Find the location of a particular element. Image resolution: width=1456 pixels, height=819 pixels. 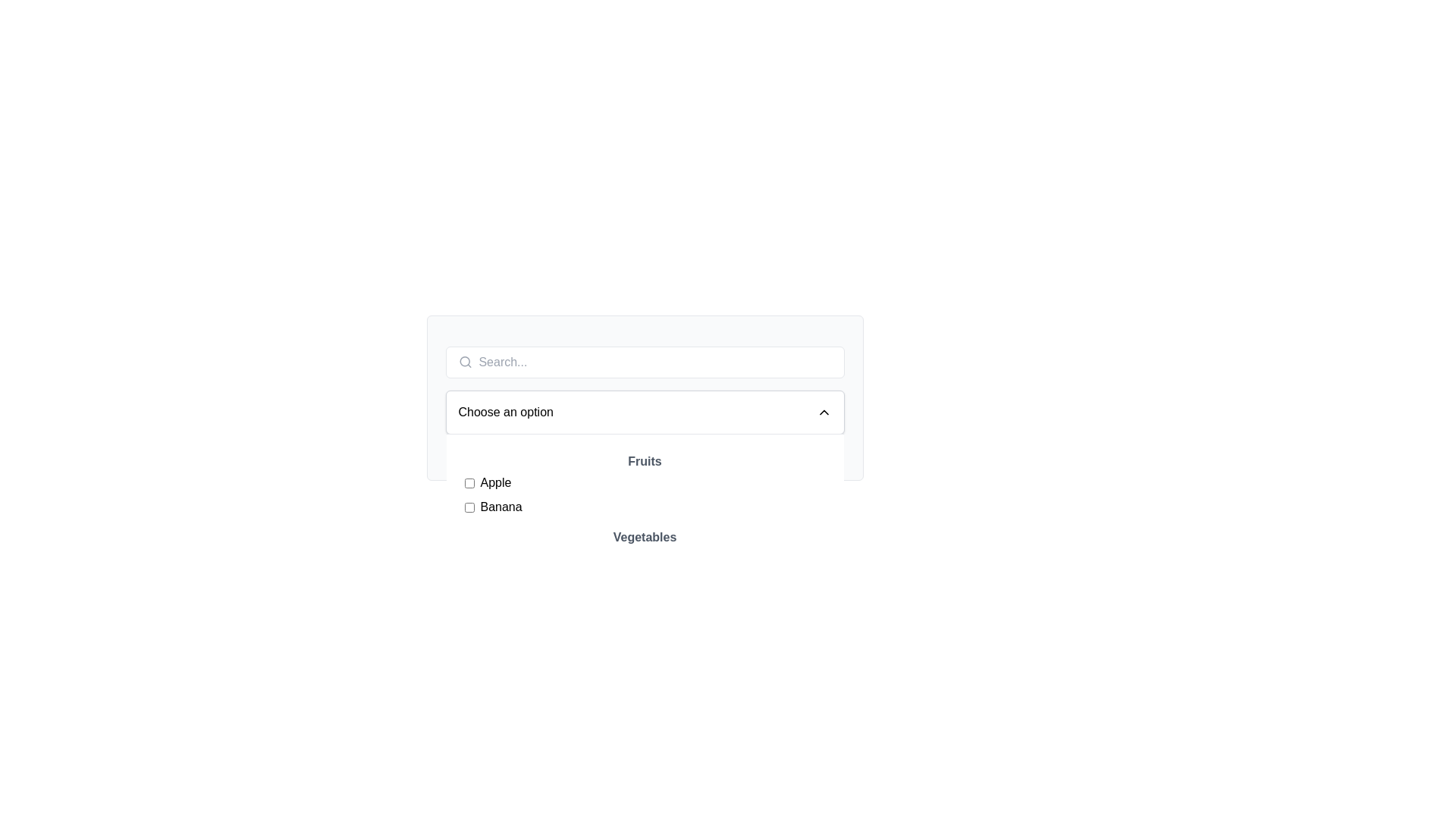

the icon that serves as an indicator for collapsing or closing a dropdown menu, located on the right side of the 'Choose an option' text field is located at coordinates (823, 412).